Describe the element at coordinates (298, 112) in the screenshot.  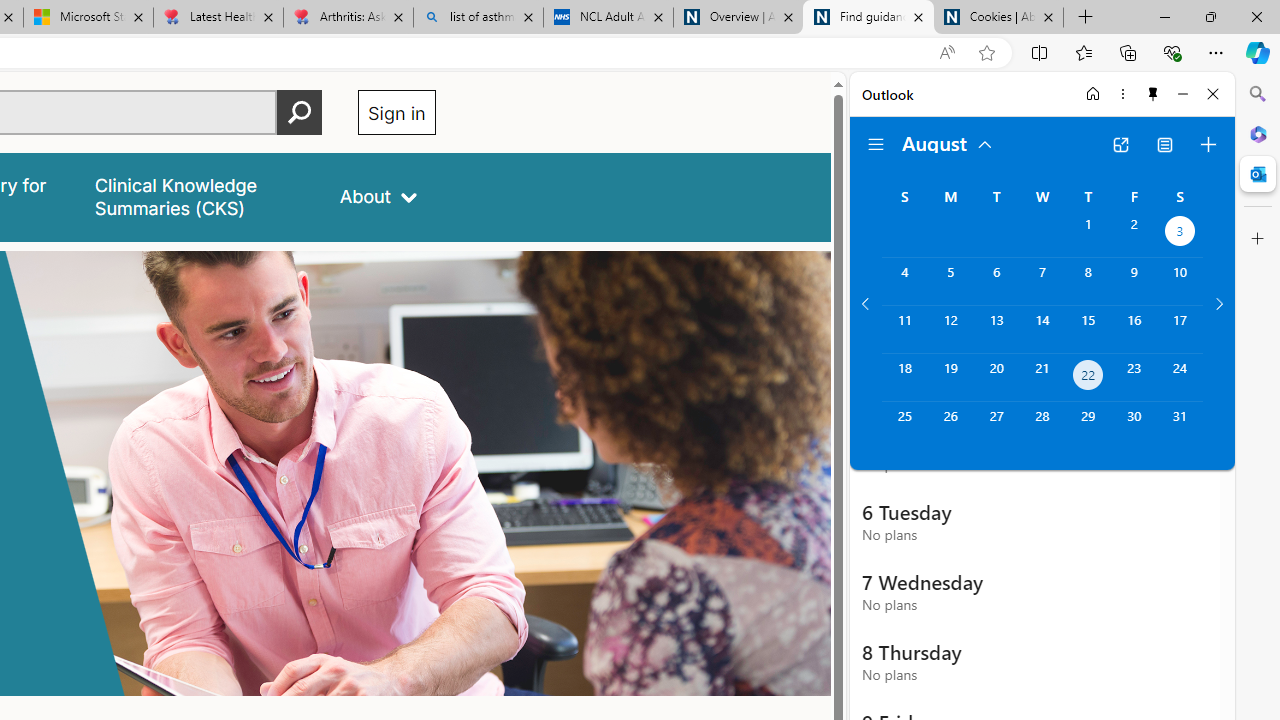
I see `'Perform search'` at that location.